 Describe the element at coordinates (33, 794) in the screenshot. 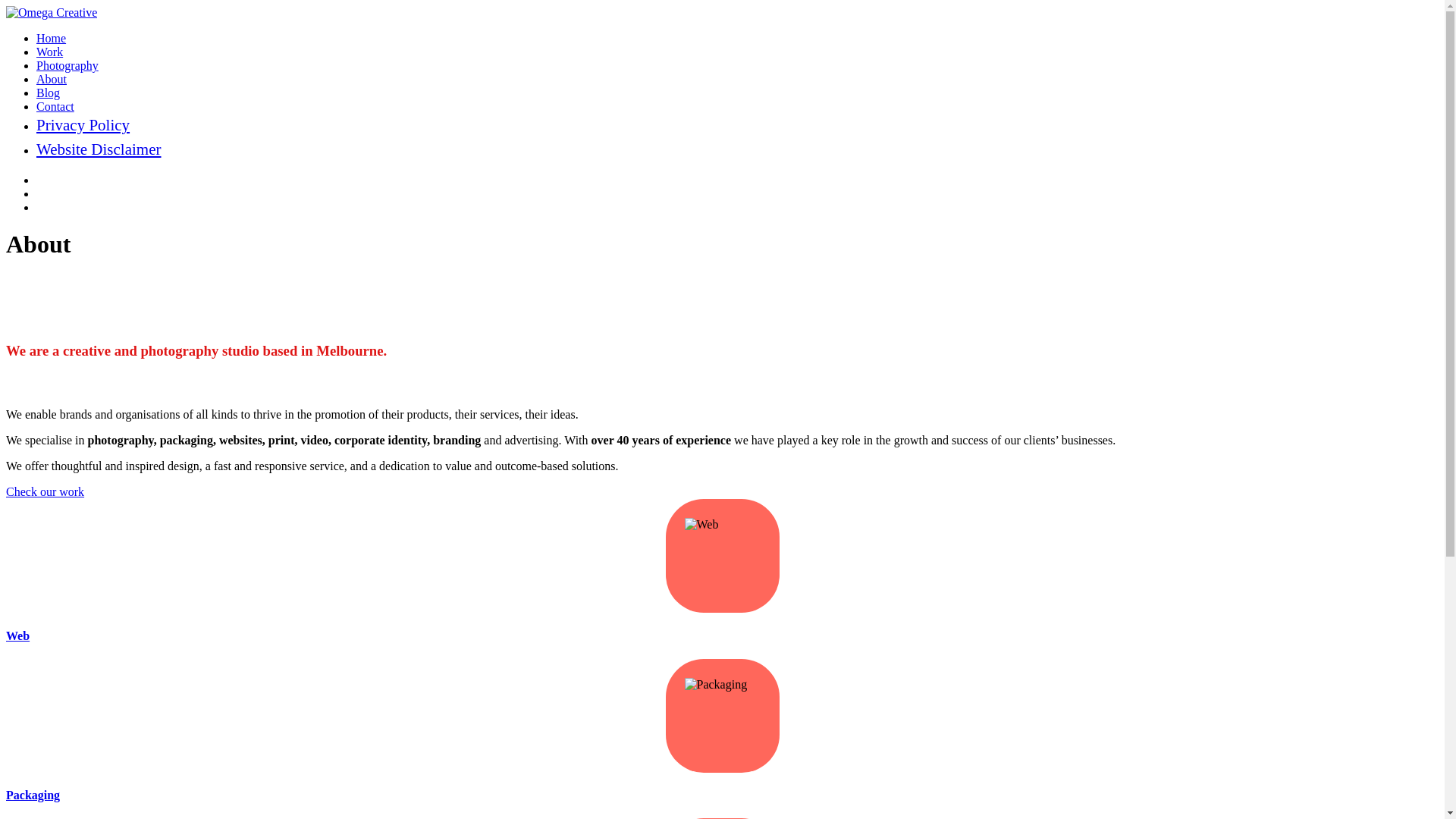

I see `'Packaging'` at that location.